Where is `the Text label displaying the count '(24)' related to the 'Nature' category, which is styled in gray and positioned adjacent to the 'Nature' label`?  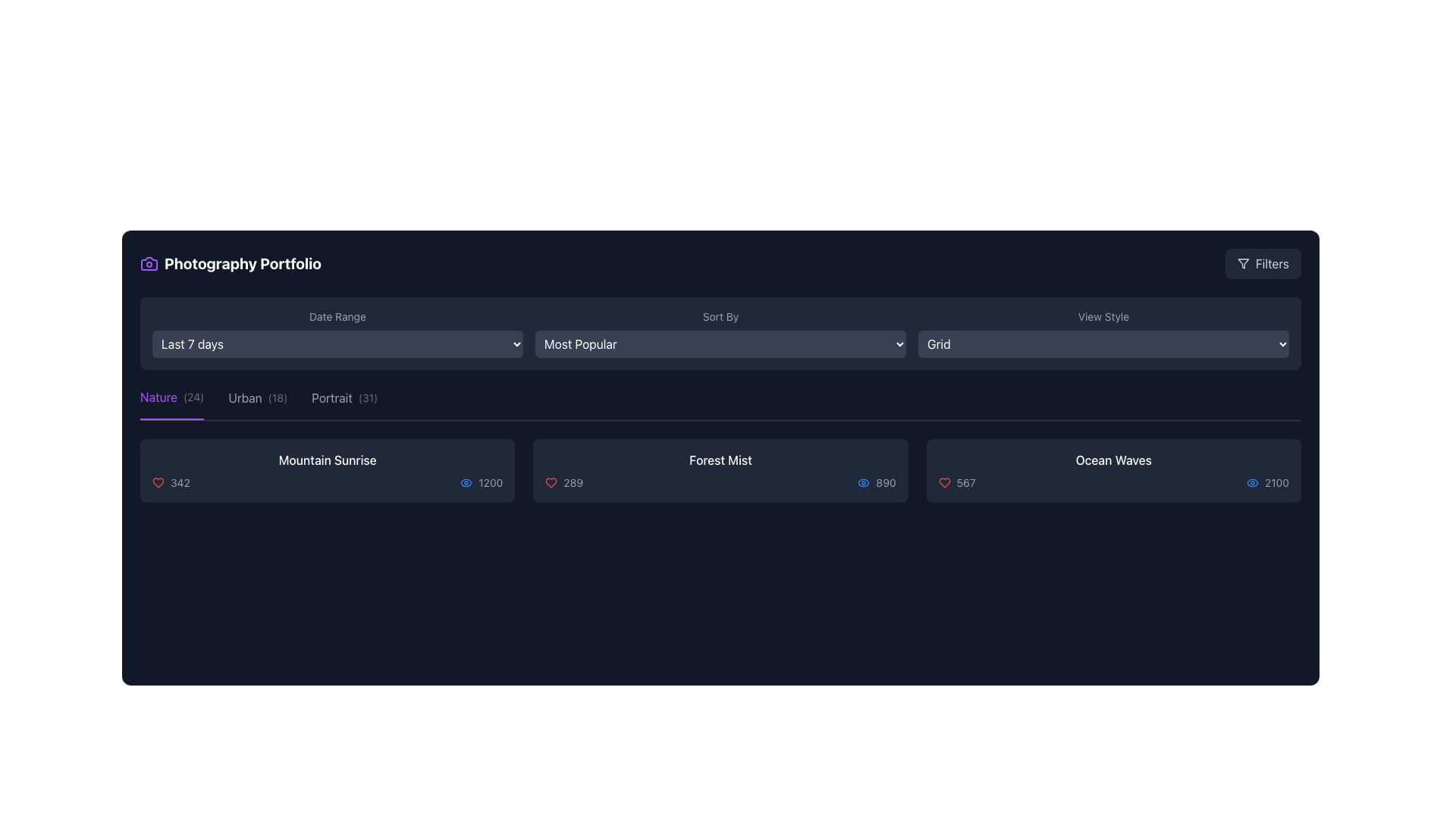
the Text label displaying the count '(24)' related to the 'Nature' category, which is styled in gray and positioned adjacent to the 'Nature' label is located at coordinates (193, 397).